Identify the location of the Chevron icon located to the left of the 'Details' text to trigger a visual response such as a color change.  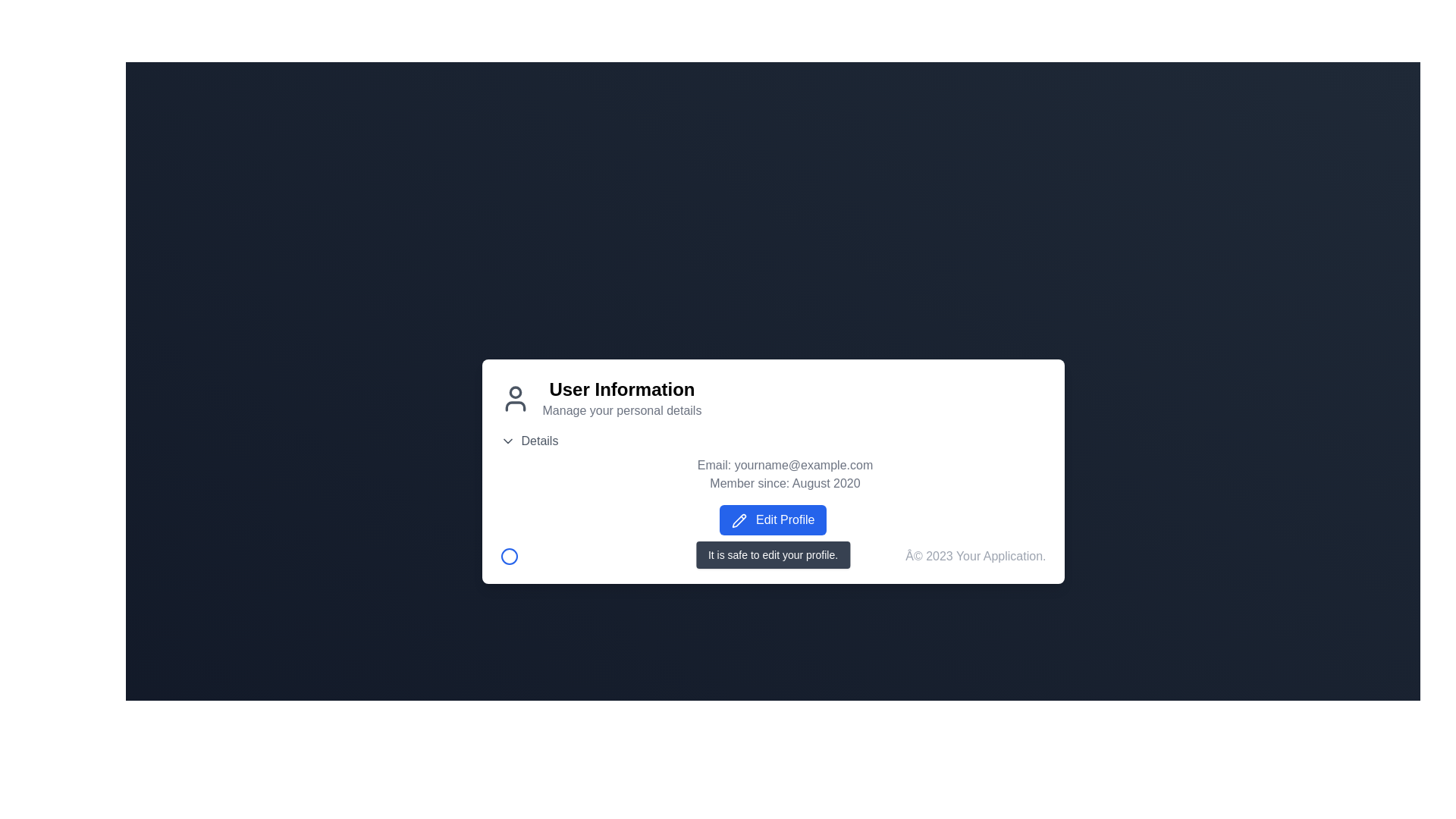
(507, 441).